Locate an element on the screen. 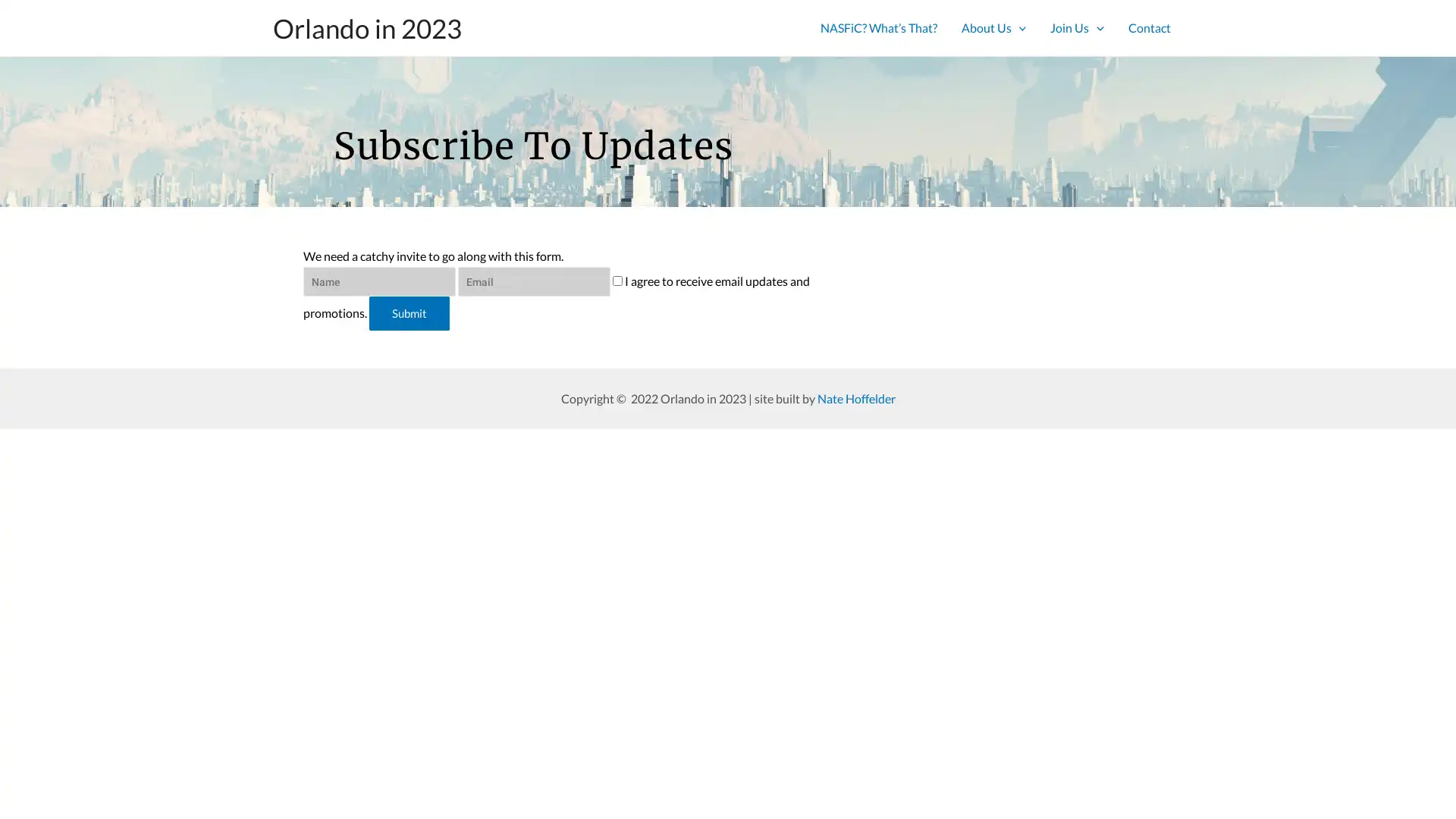  Submit is located at coordinates (409, 315).